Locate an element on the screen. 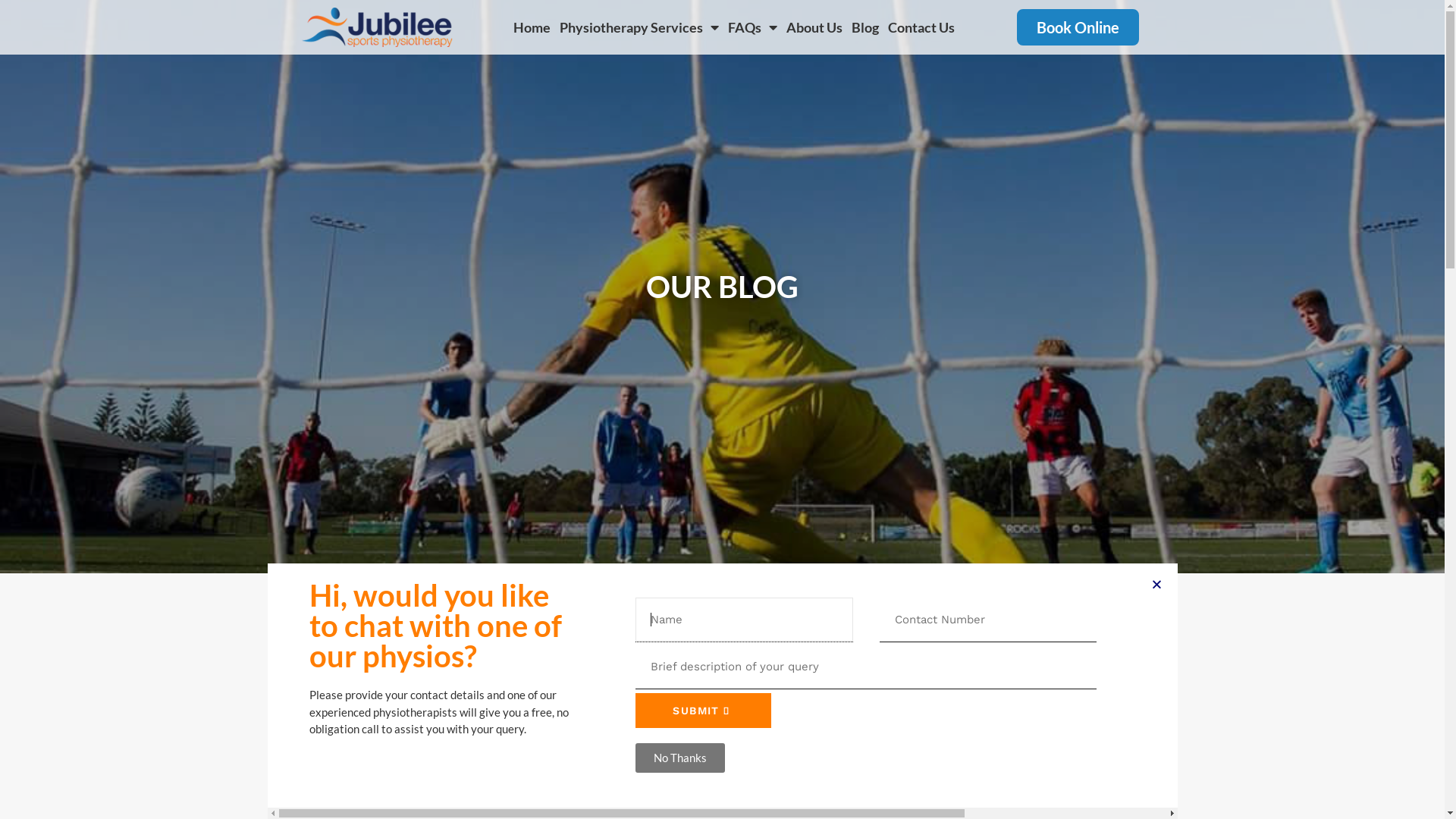  'Contact Us' is located at coordinates (920, 27).